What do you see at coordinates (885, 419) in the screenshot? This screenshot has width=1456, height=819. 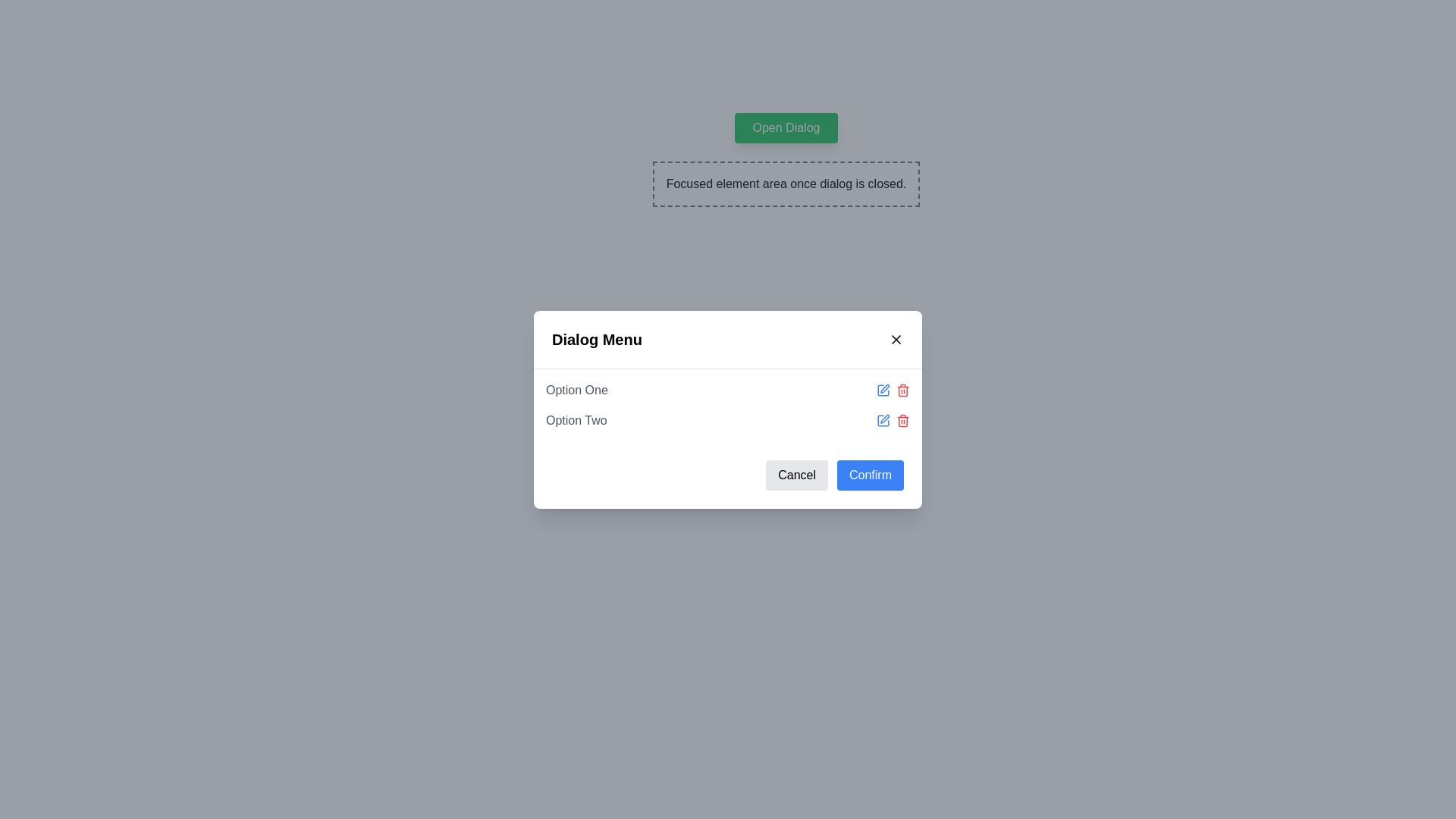 I see `the edit icon button located on the right side of the row labeled 'Option Two' in the dialog menu` at bounding box center [885, 419].